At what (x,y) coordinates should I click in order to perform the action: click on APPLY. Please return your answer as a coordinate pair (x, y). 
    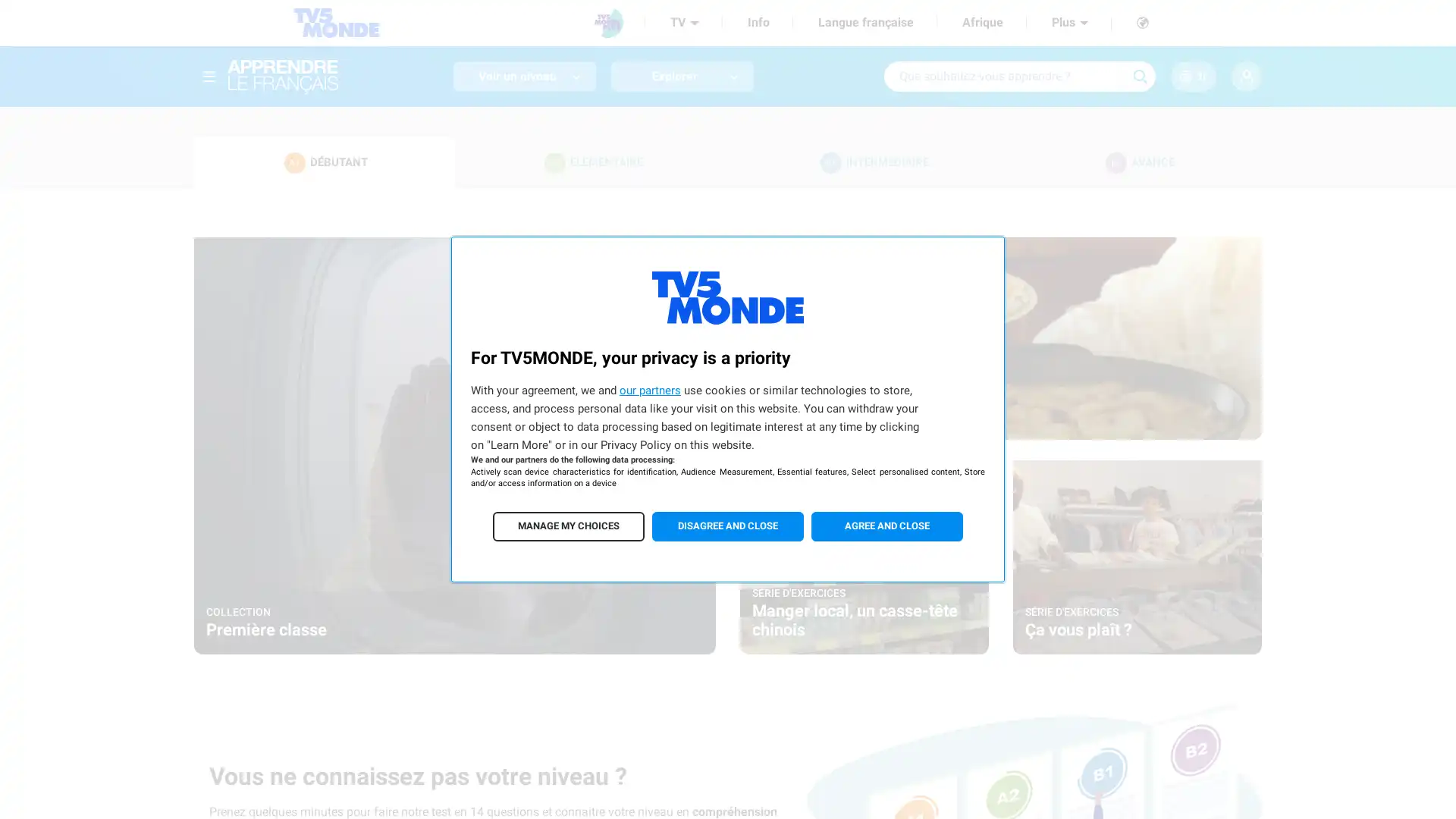
    Looking at the image, I should click on (1140, 76).